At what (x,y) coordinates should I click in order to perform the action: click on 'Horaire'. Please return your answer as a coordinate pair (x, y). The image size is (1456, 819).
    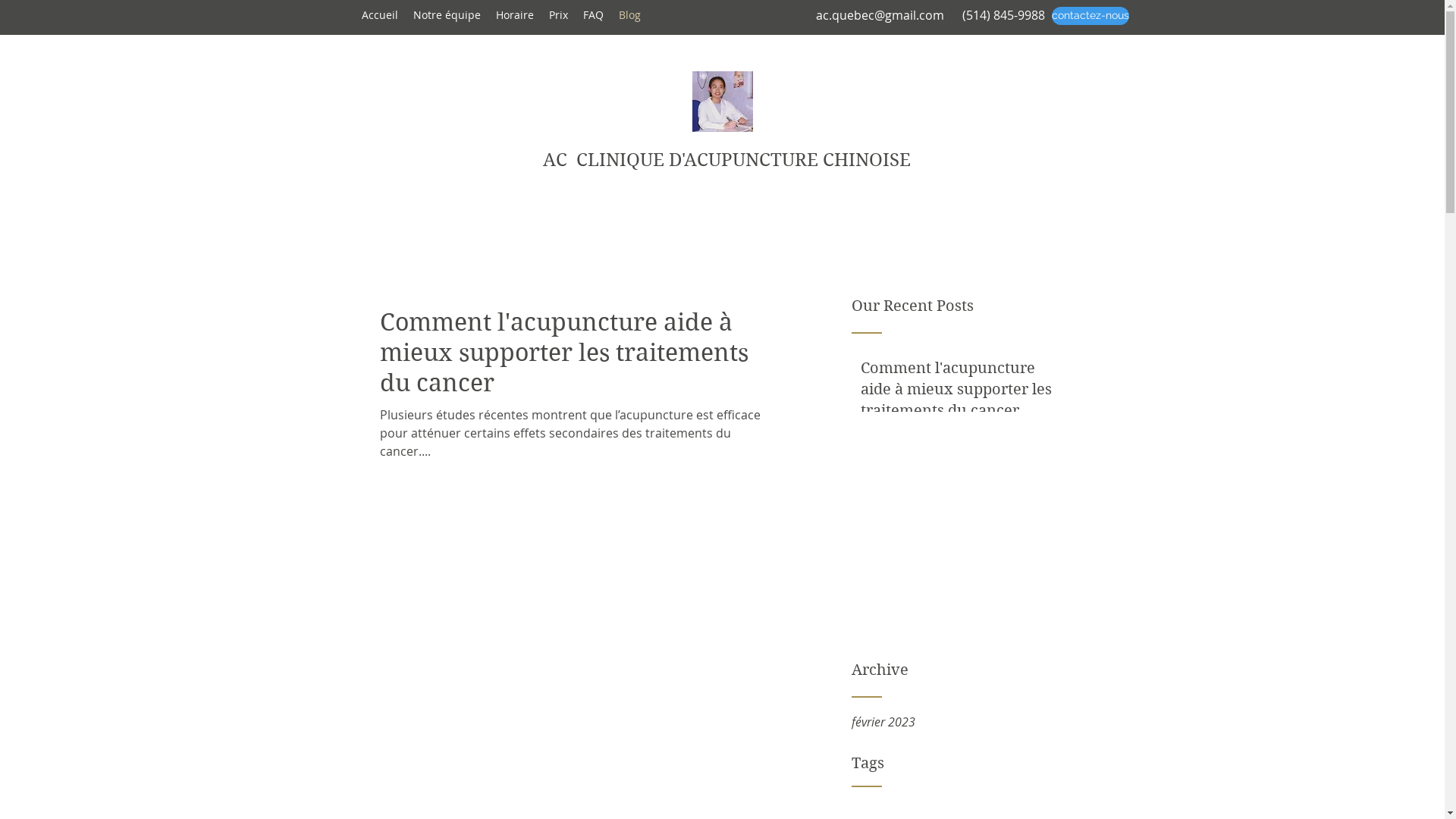
    Looking at the image, I should click on (514, 14).